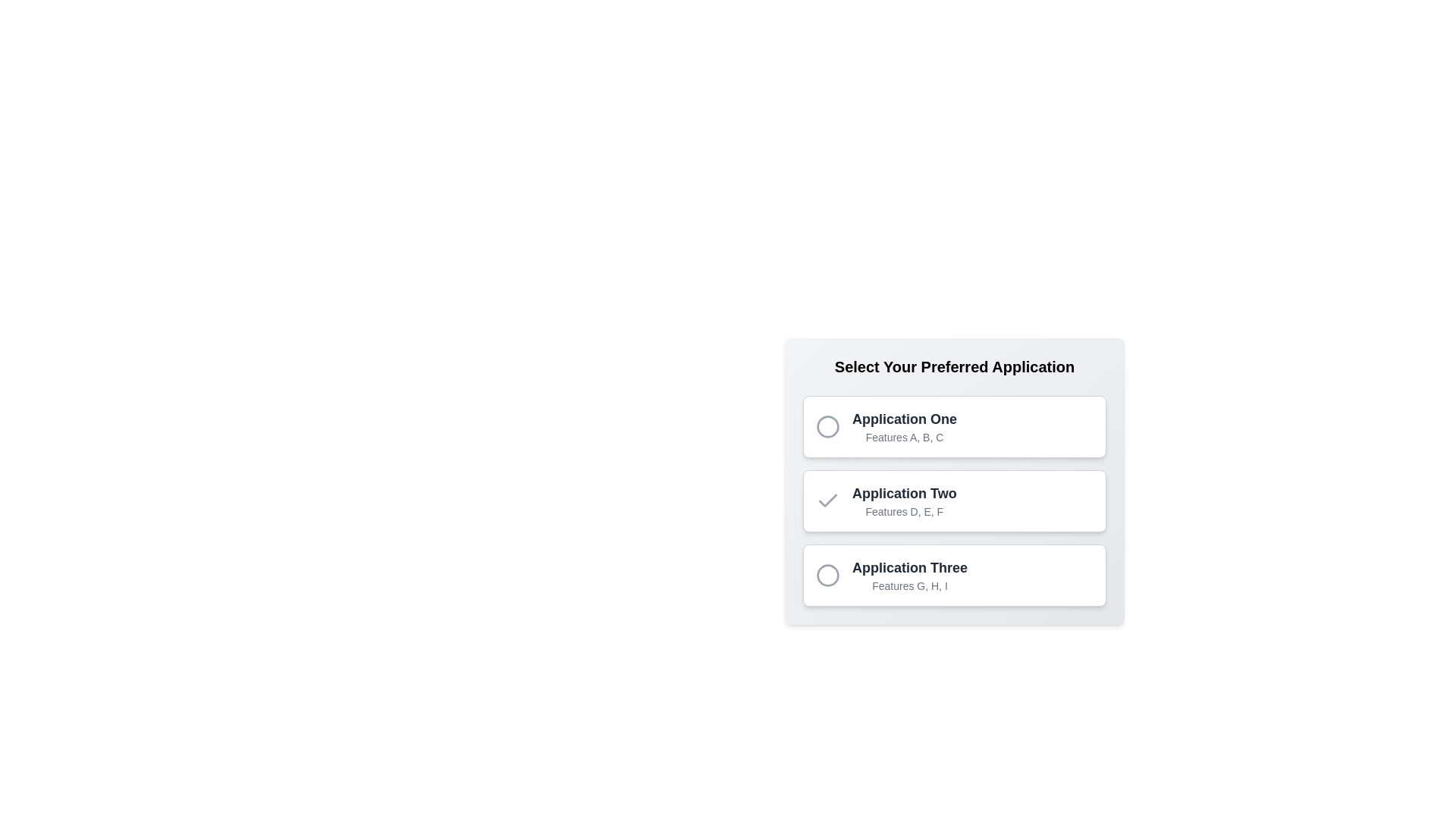 Image resolution: width=1456 pixels, height=819 pixels. What do you see at coordinates (905, 427) in the screenshot?
I see `the text element displaying 'Application One' and 'Features A, B, C' within the first selectable card to observe any tooltips or interactions` at bounding box center [905, 427].